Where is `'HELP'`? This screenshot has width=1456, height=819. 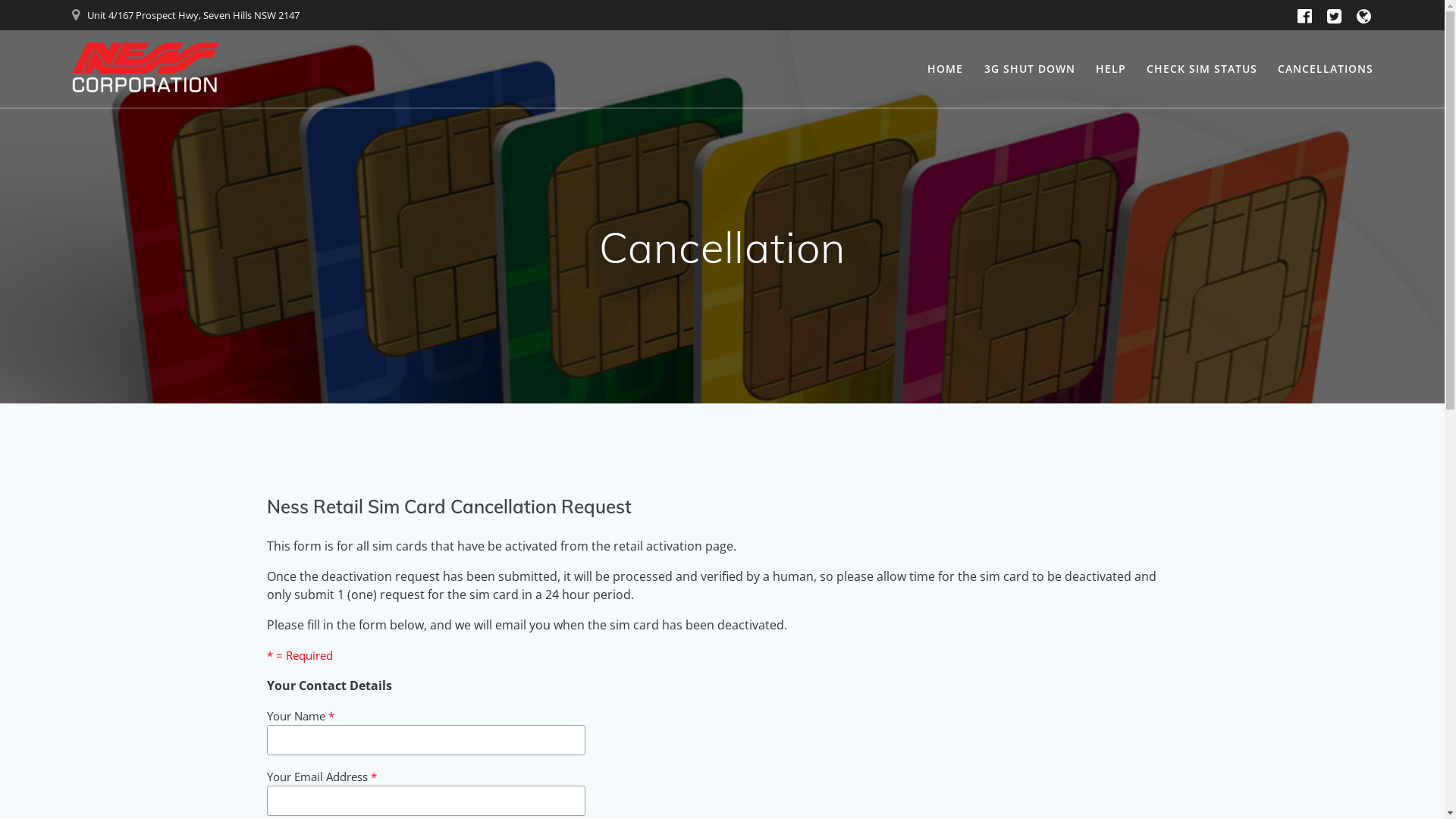
'HELP' is located at coordinates (1110, 69).